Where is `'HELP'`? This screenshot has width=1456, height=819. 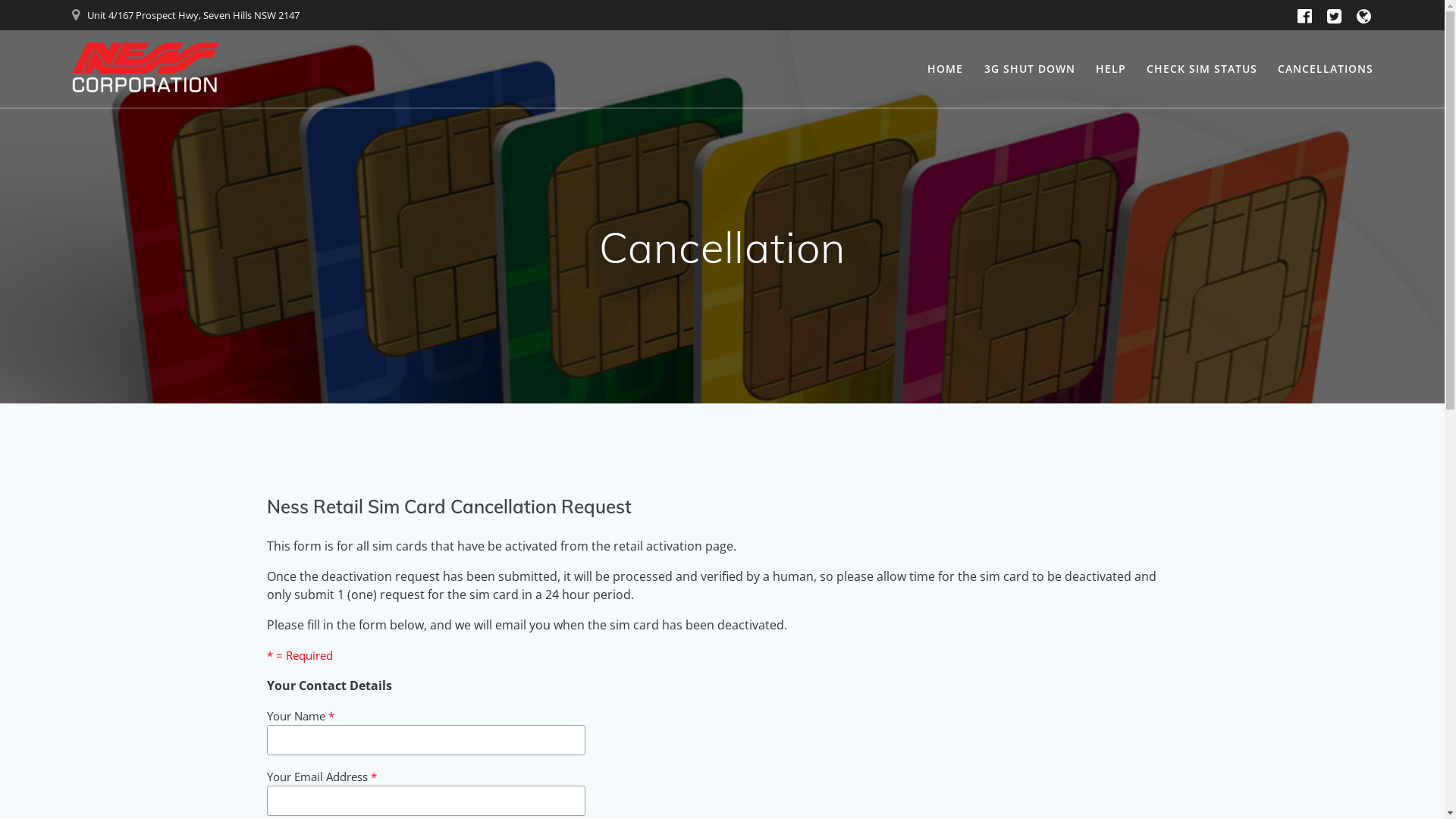
'HELP' is located at coordinates (1110, 69).